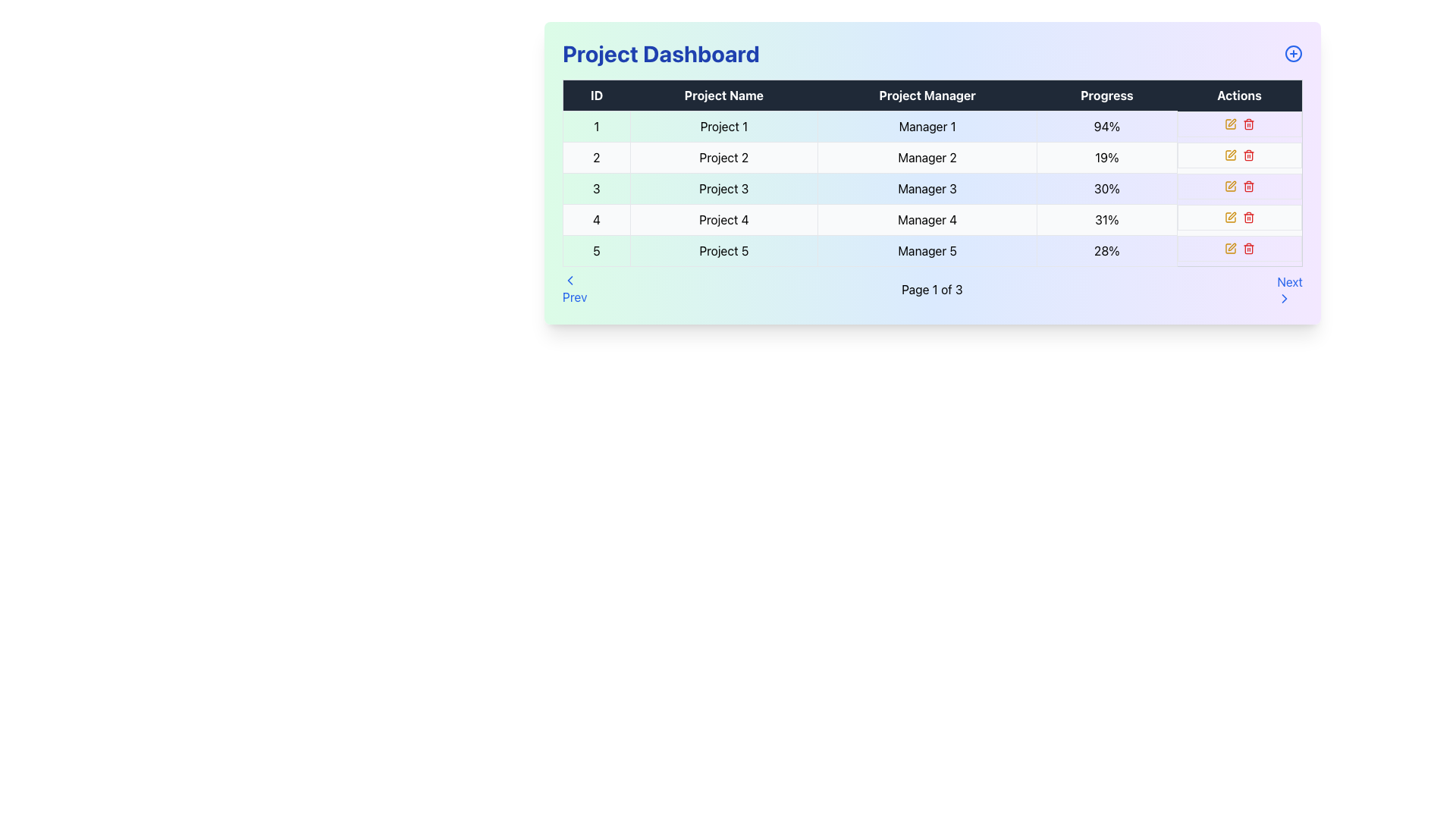 Image resolution: width=1456 pixels, height=819 pixels. Describe the element at coordinates (931, 219) in the screenshot. I see `the fourth table row containing the entries '4', 'Project 4', 'Manager 4', and '31%', located in the Project Dashboard table` at that location.